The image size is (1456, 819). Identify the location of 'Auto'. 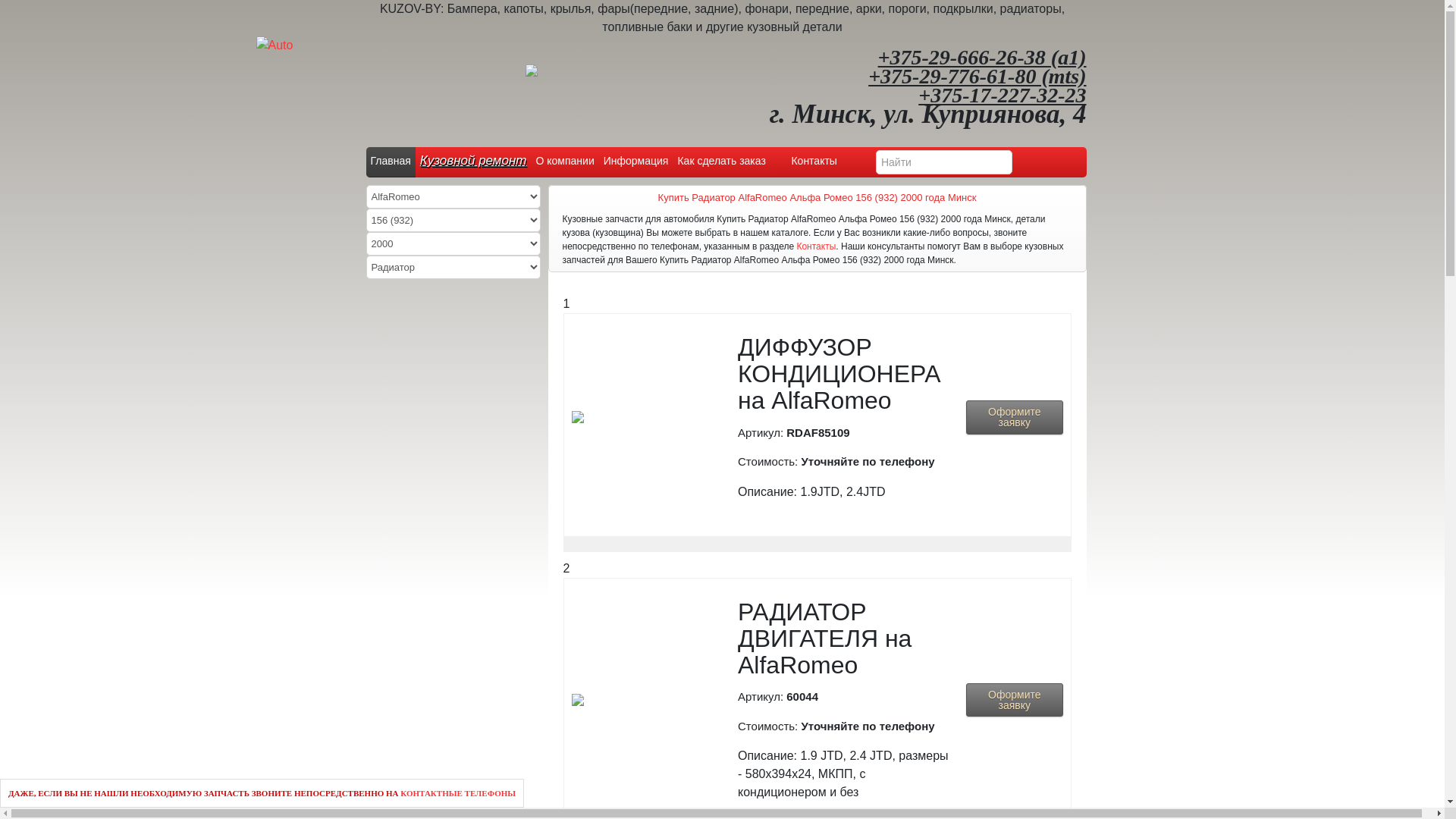
(275, 45).